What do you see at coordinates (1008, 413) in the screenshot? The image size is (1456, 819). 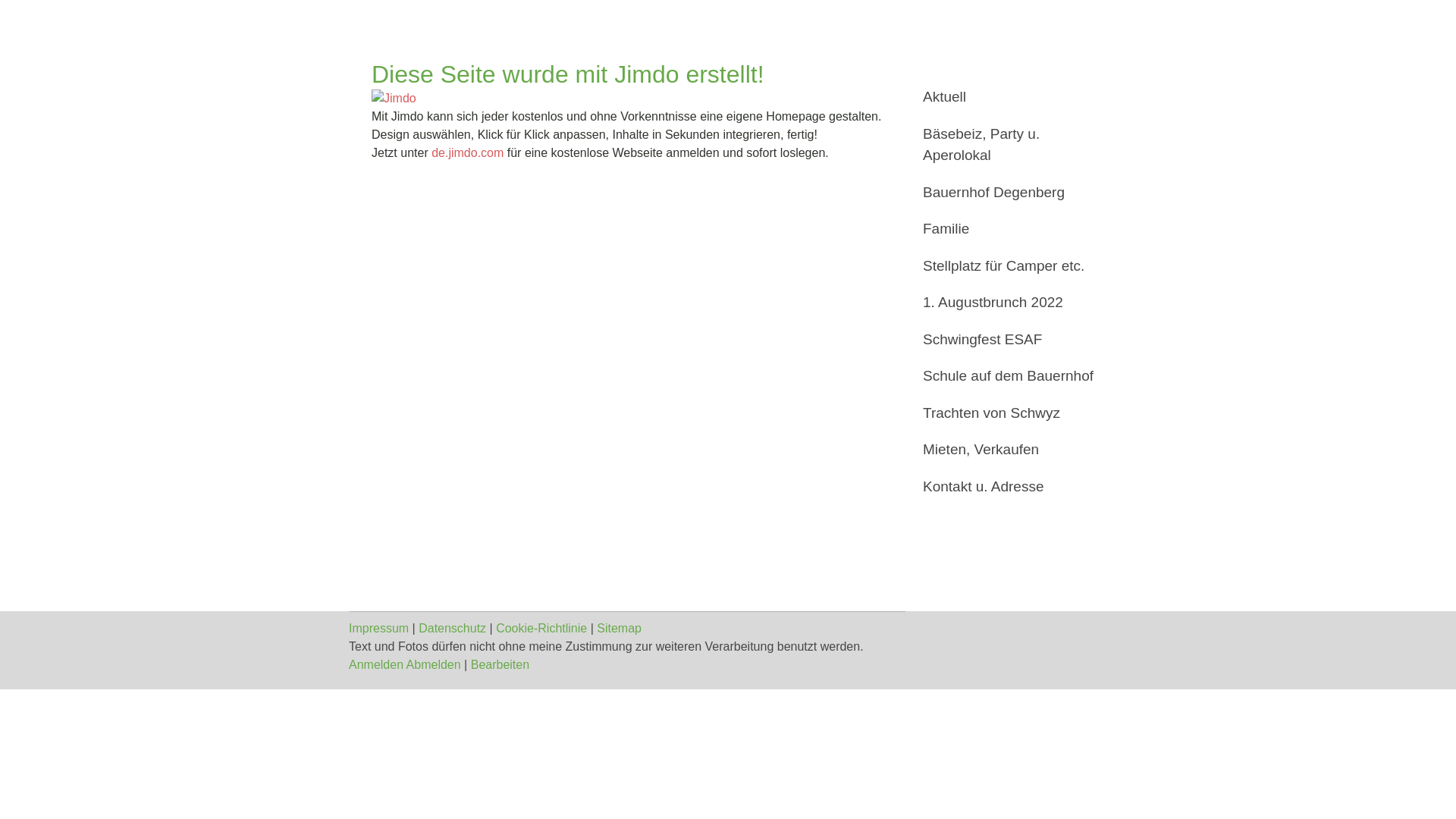 I see `'Trachten von Schwyz'` at bounding box center [1008, 413].